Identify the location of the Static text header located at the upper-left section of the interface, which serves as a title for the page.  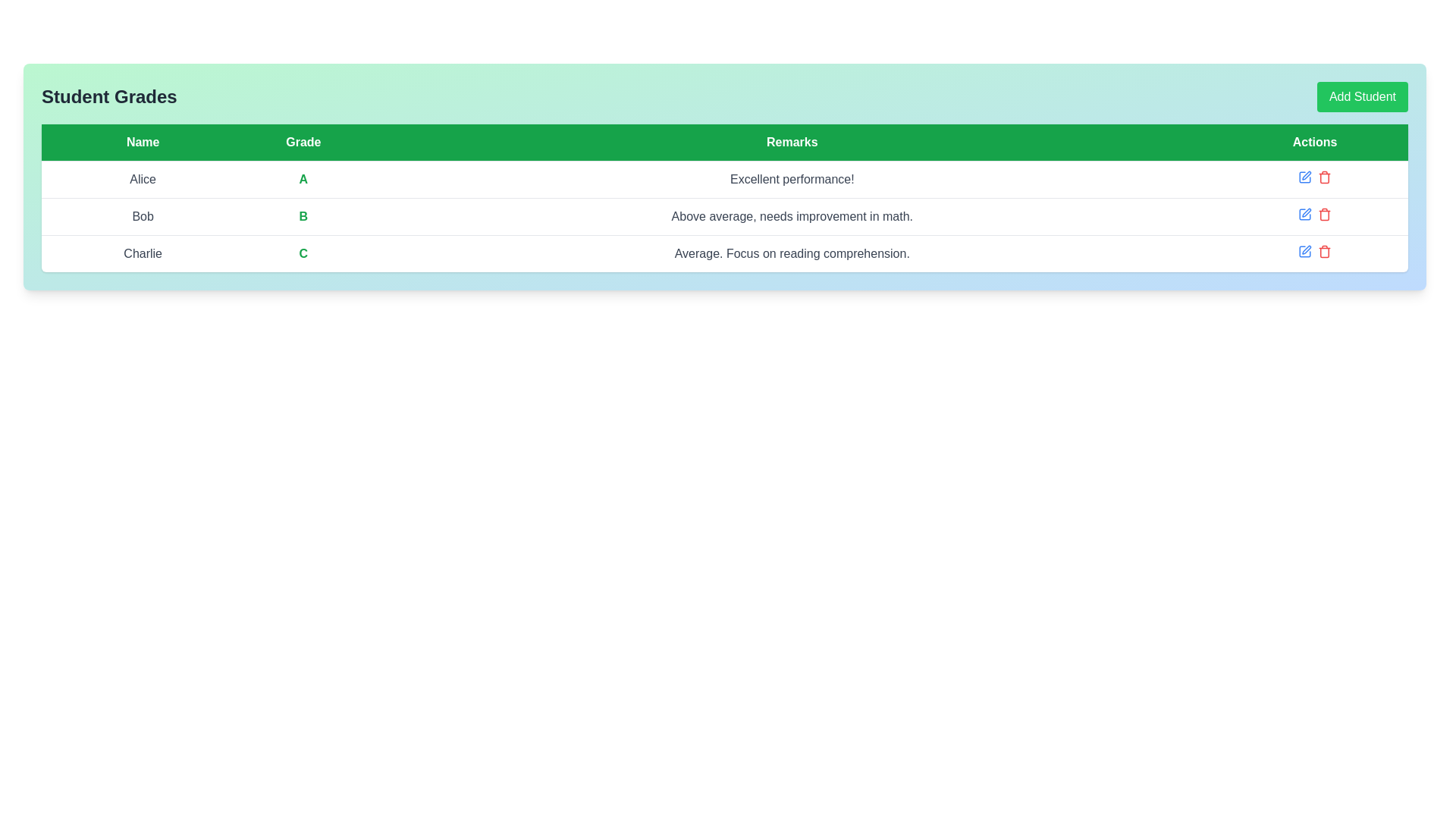
(108, 96).